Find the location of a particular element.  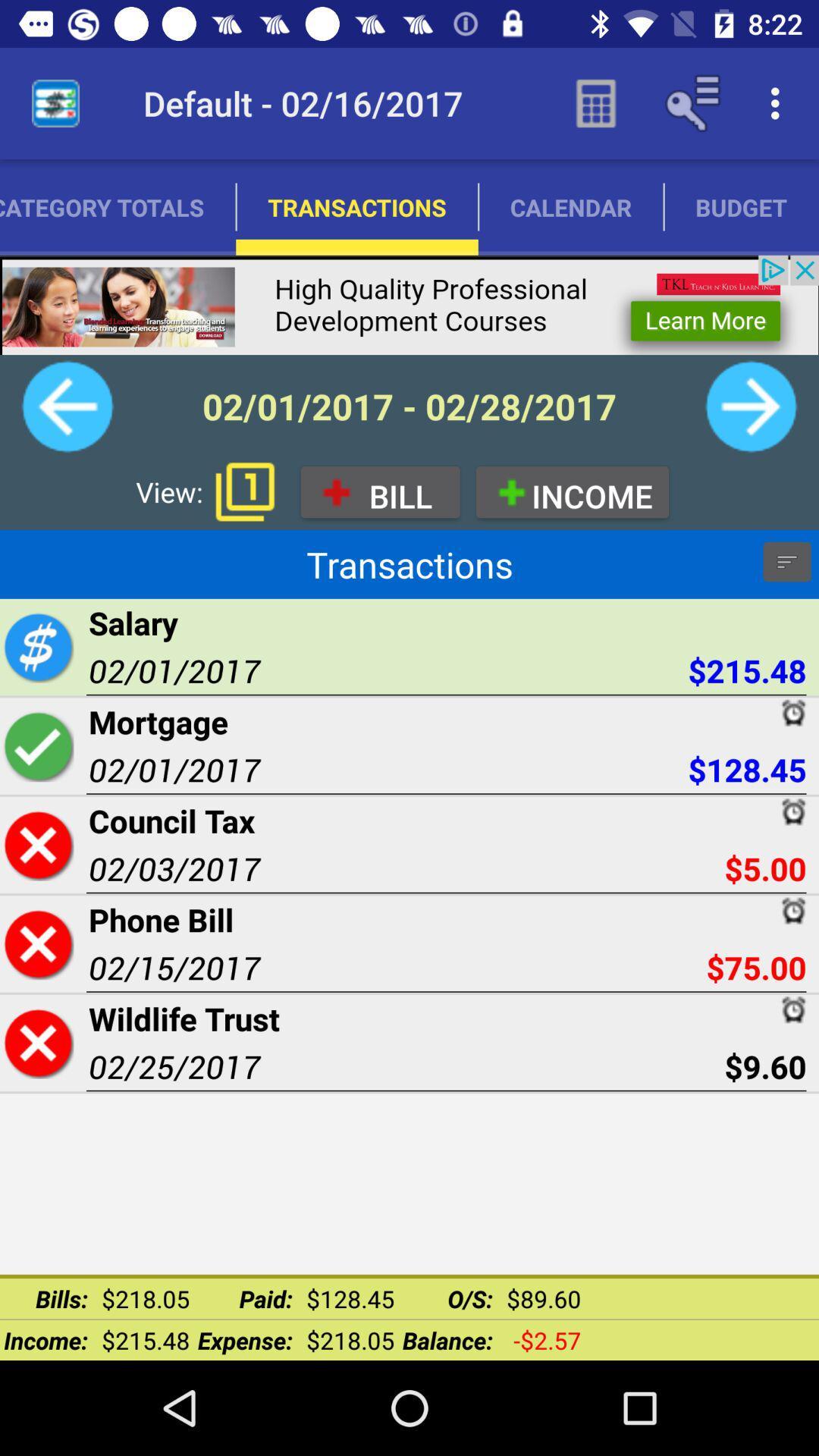

next ddate is located at coordinates (751, 406).